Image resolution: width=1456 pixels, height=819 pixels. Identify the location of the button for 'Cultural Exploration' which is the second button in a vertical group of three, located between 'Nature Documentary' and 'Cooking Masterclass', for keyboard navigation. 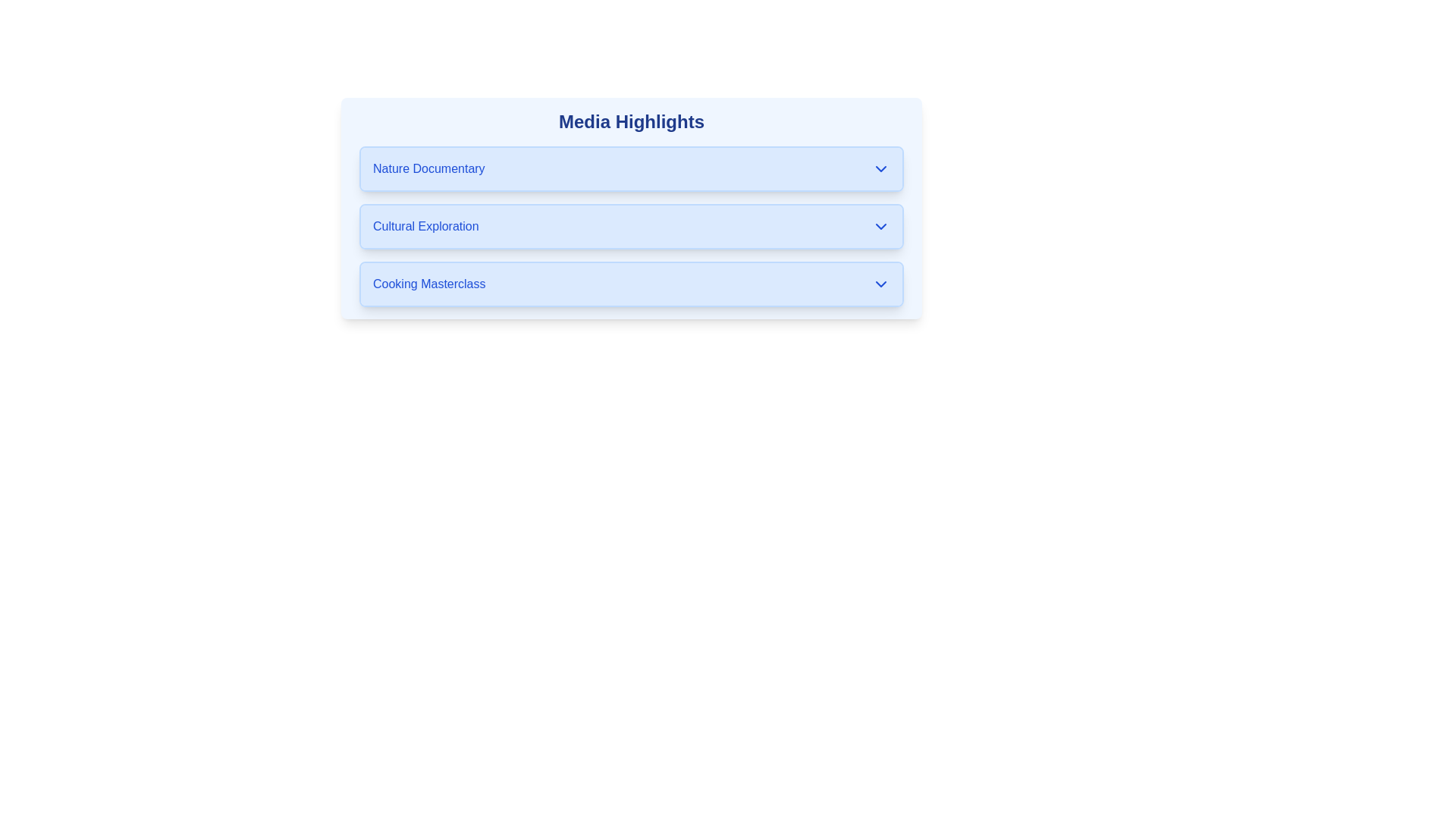
(632, 227).